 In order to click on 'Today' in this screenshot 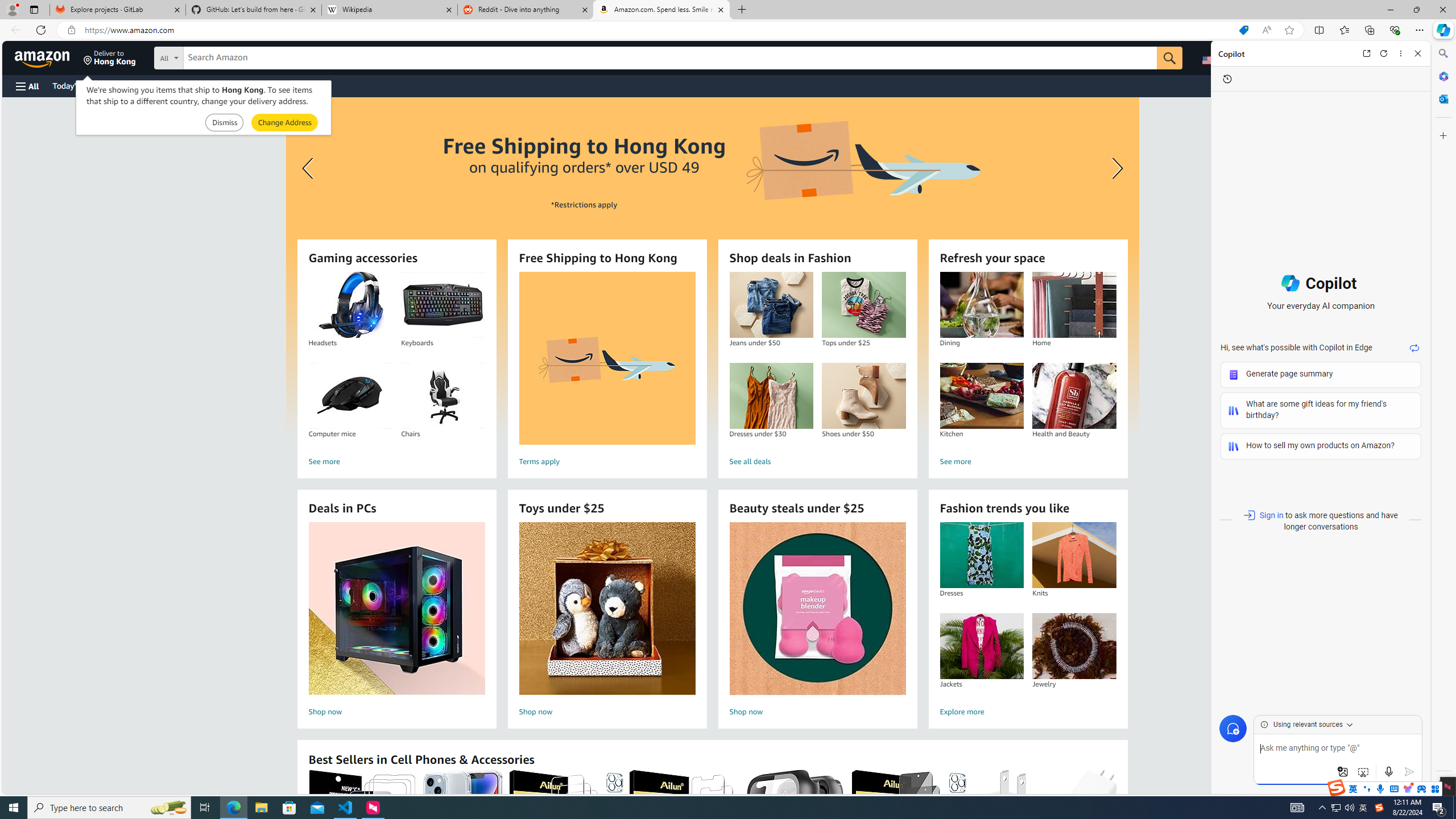, I will do `click(76, 85)`.